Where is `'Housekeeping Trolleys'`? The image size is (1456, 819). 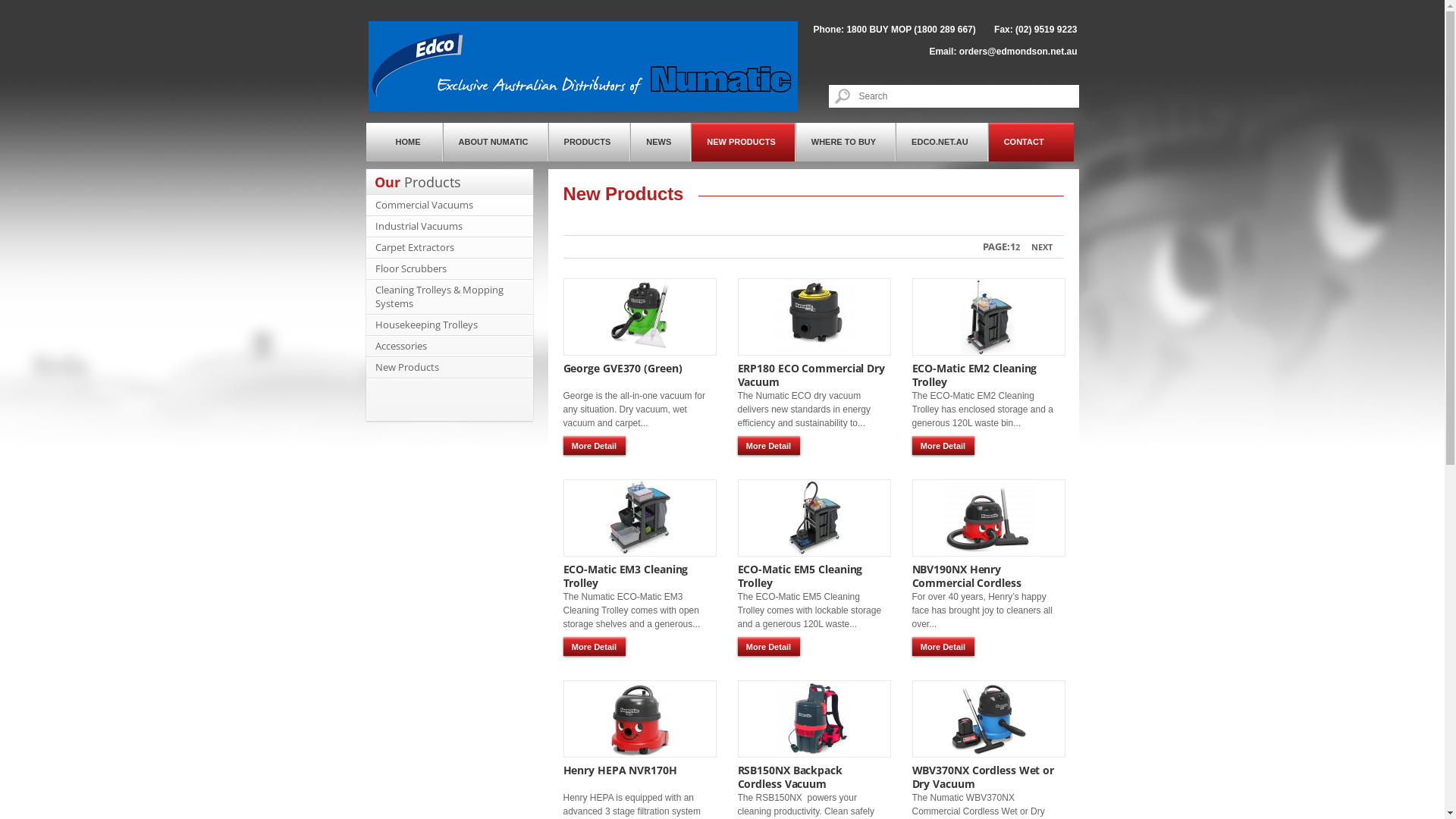 'Housekeeping Trolleys' is located at coordinates (375, 324).